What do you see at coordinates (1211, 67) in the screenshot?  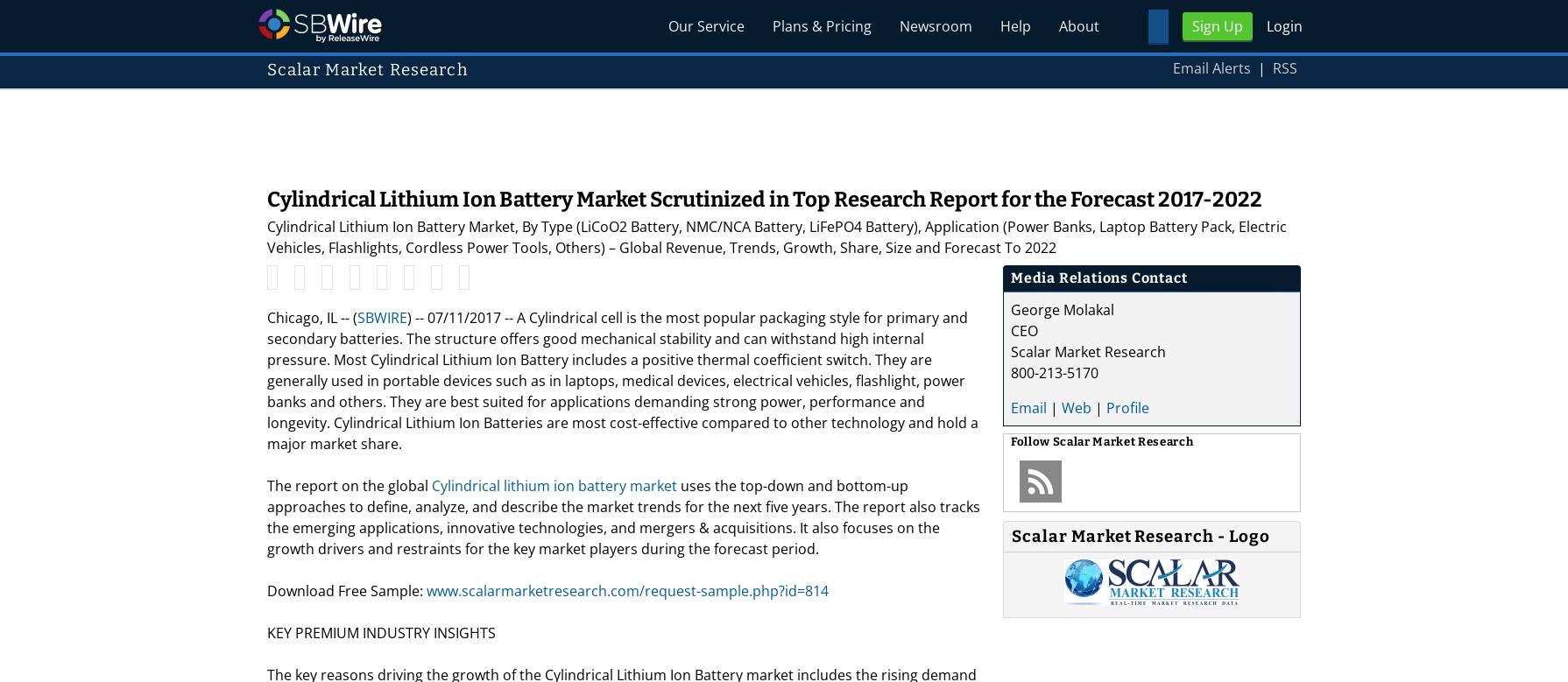 I see `'Email Alerts'` at bounding box center [1211, 67].